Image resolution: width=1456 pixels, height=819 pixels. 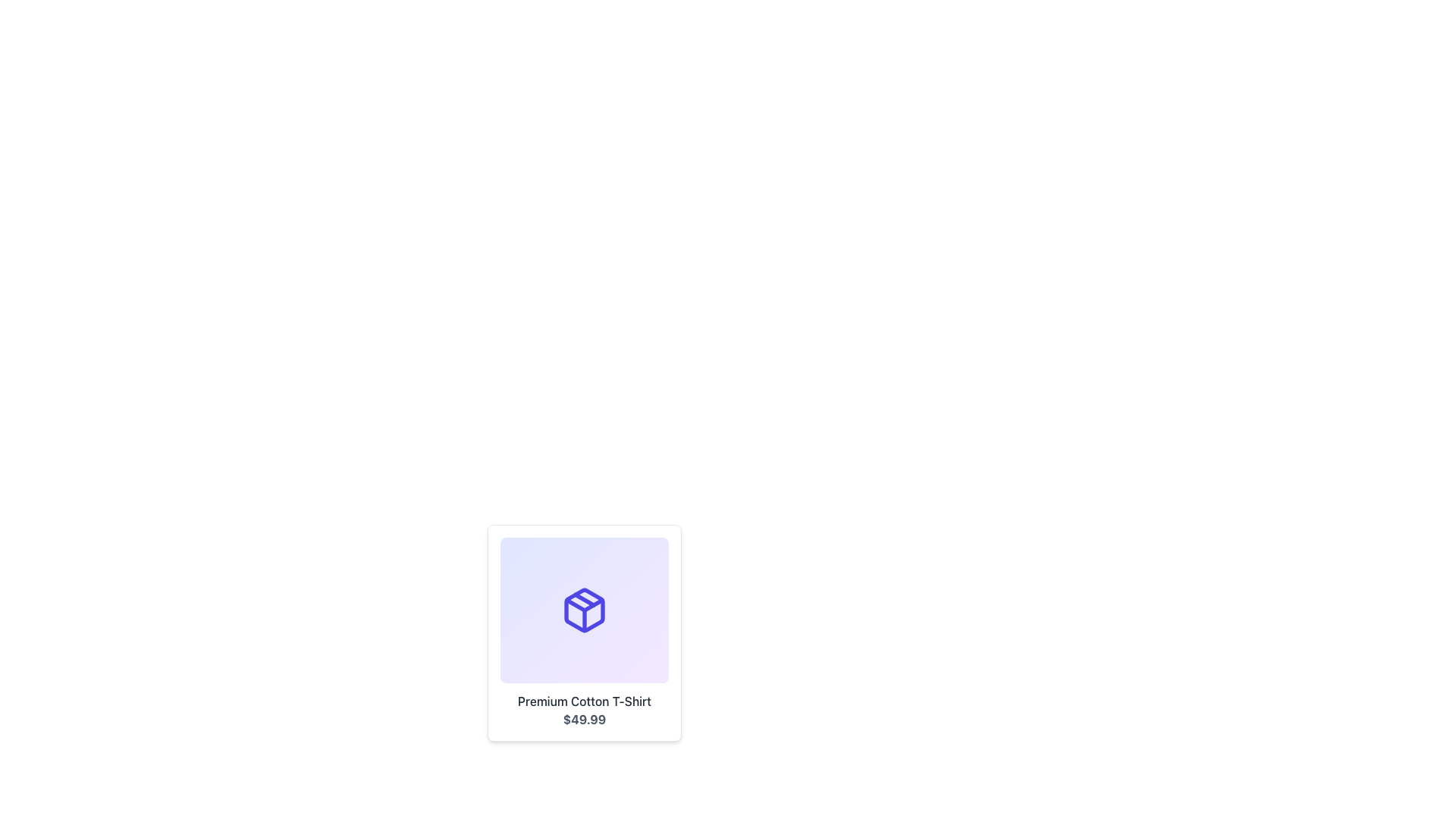 I want to click on the static text label displaying 'Premium Cotton T-Shirt', which is positioned below the icon and above the price text '$49.99' in the card layout, so click(x=584, y=701).